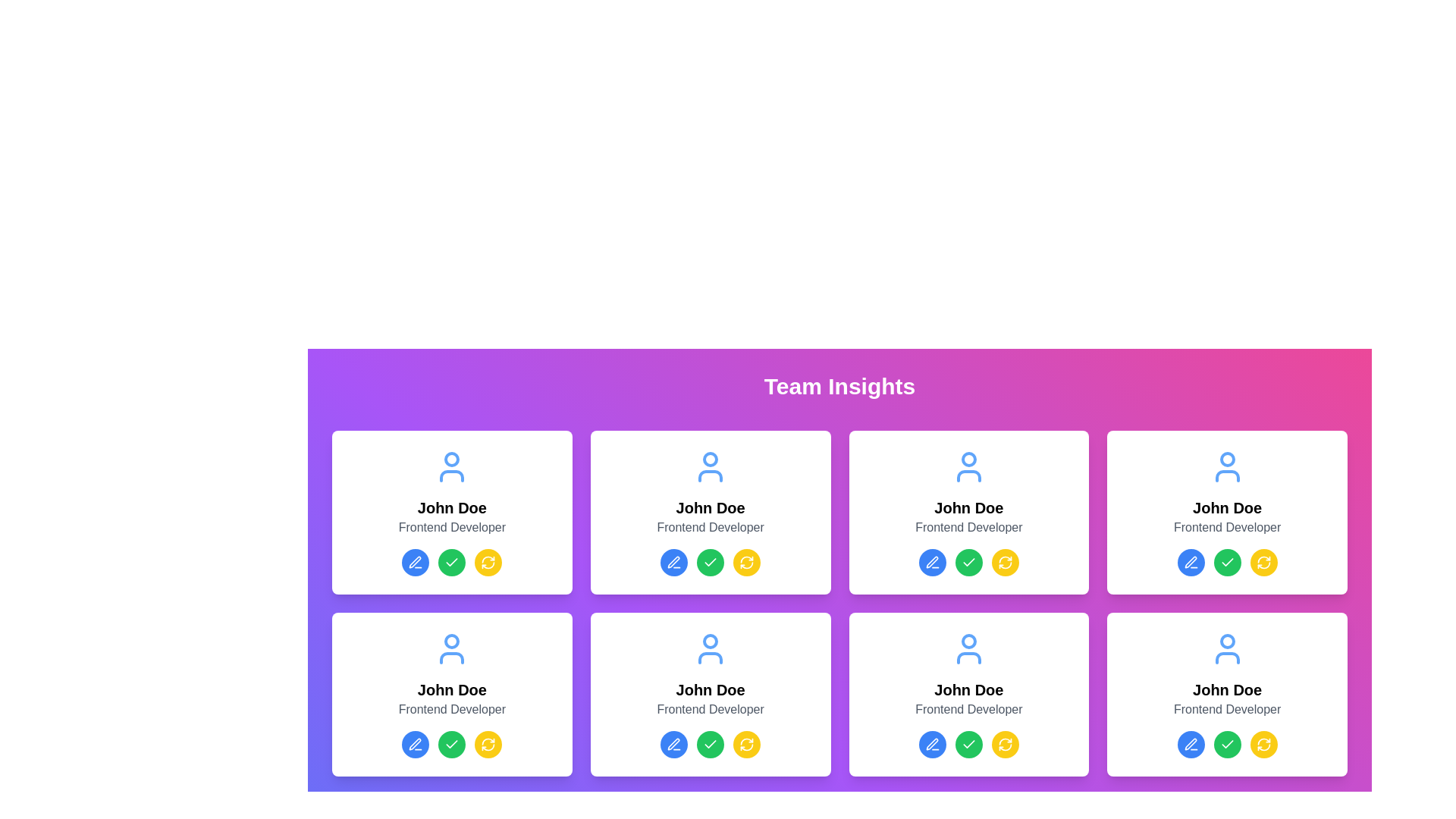 Image resolution: width=1456 pixels, height=819 pixels. Describe the element at coordinates (1227, 526) in the screenshot. I see `the Text Display element showing the job title 'Frontend Developer' located below 'John Doe'` at that location.